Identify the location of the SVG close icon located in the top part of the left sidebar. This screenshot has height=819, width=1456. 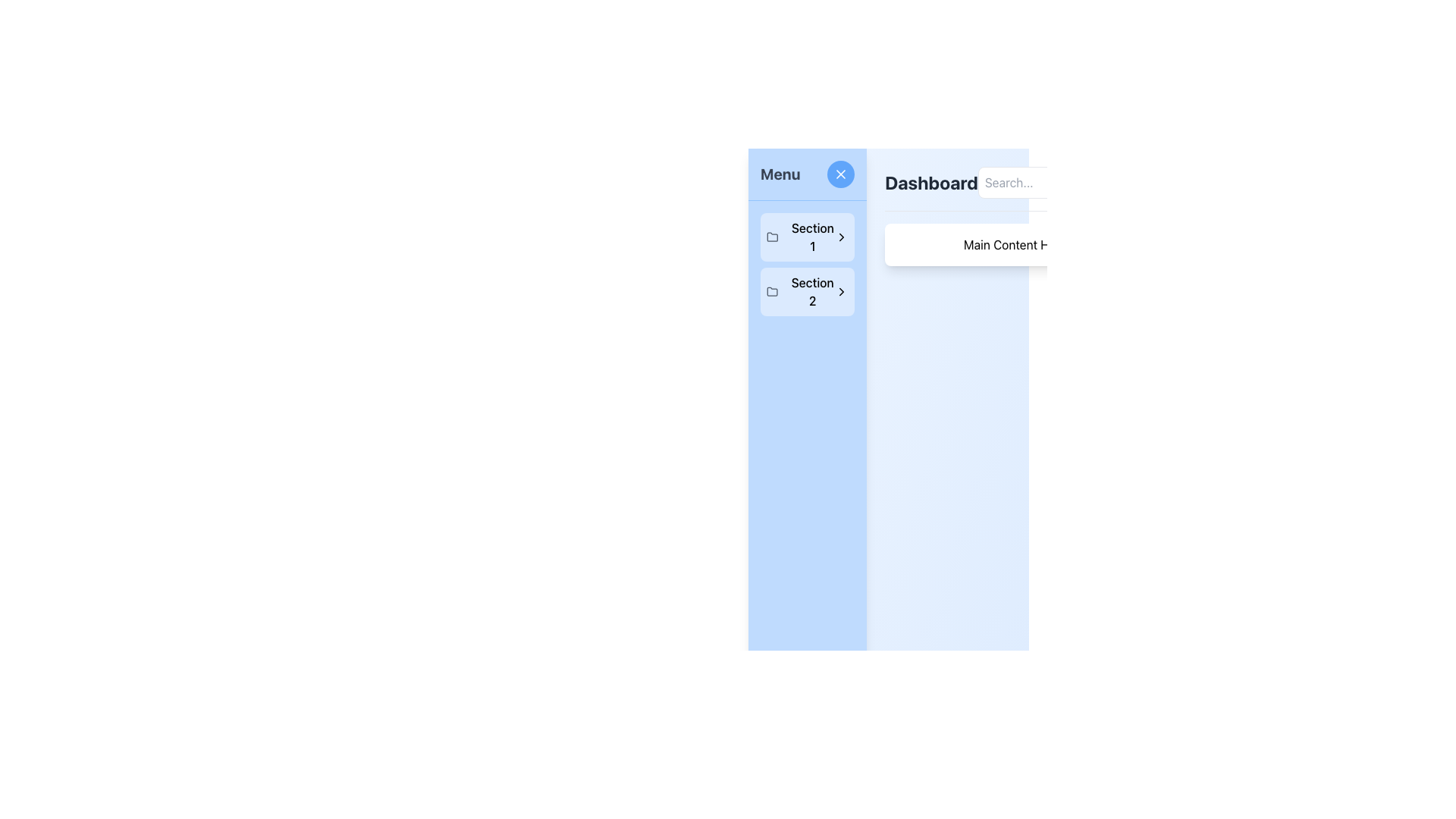
(840, 174).